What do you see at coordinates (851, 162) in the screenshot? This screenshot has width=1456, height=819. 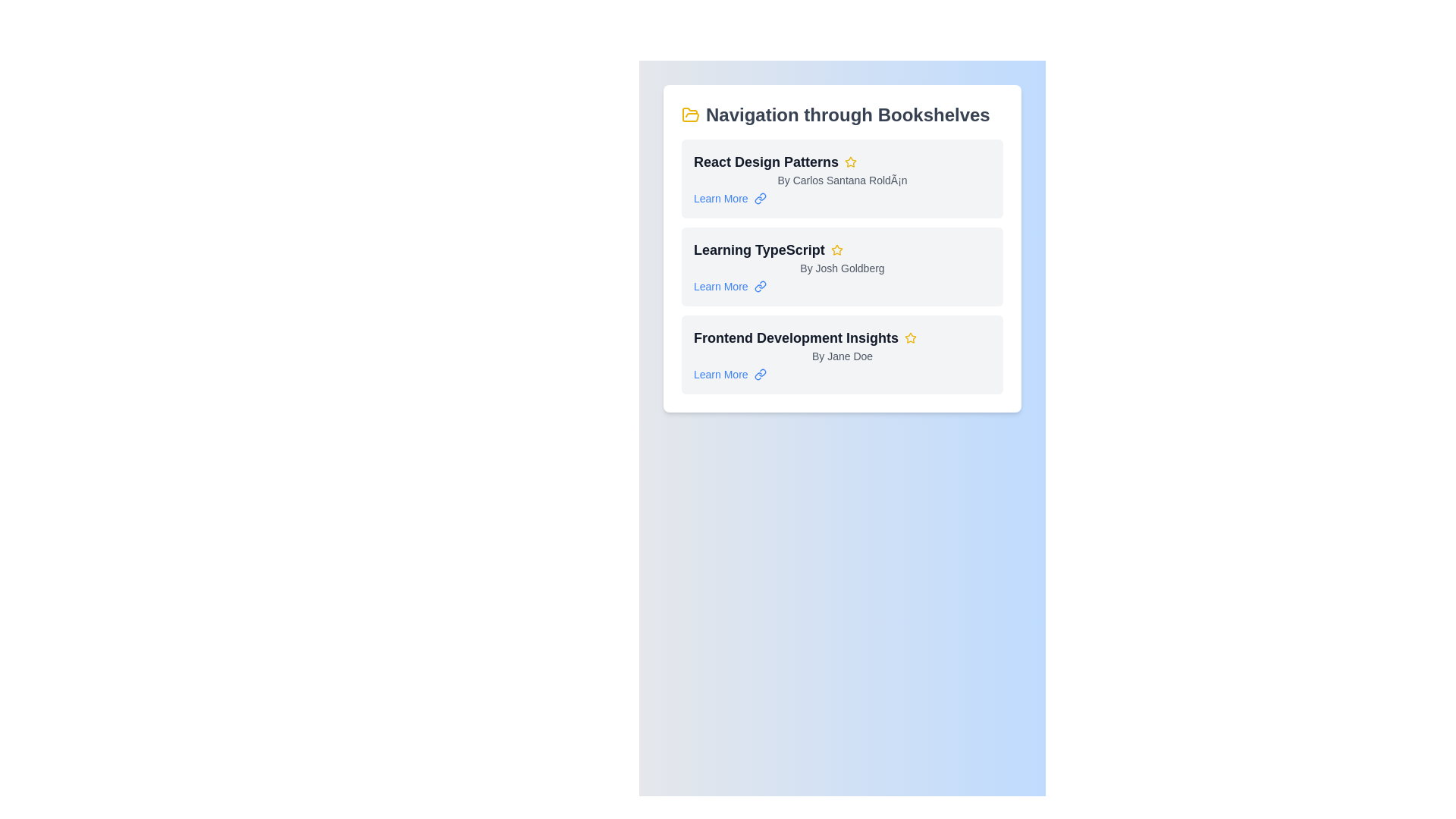 I see `the yellow star icon located to the right of the text 'React Design Patterns', which is the first list item in a vertical group of book entries` at bounding box center [851, 162].